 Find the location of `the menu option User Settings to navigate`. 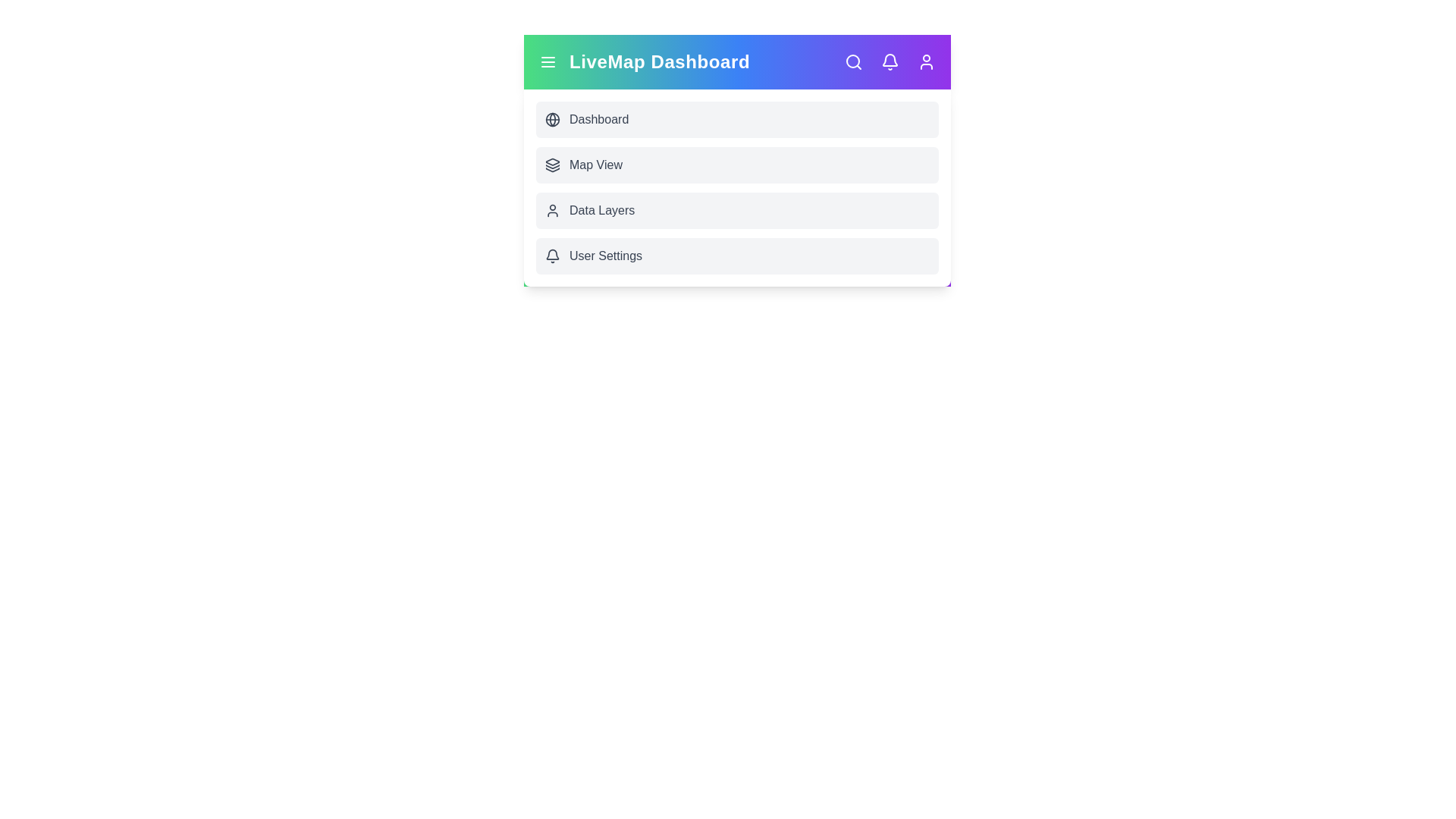

the menu option User Settings to navigate is located at coordinates (737, 256).